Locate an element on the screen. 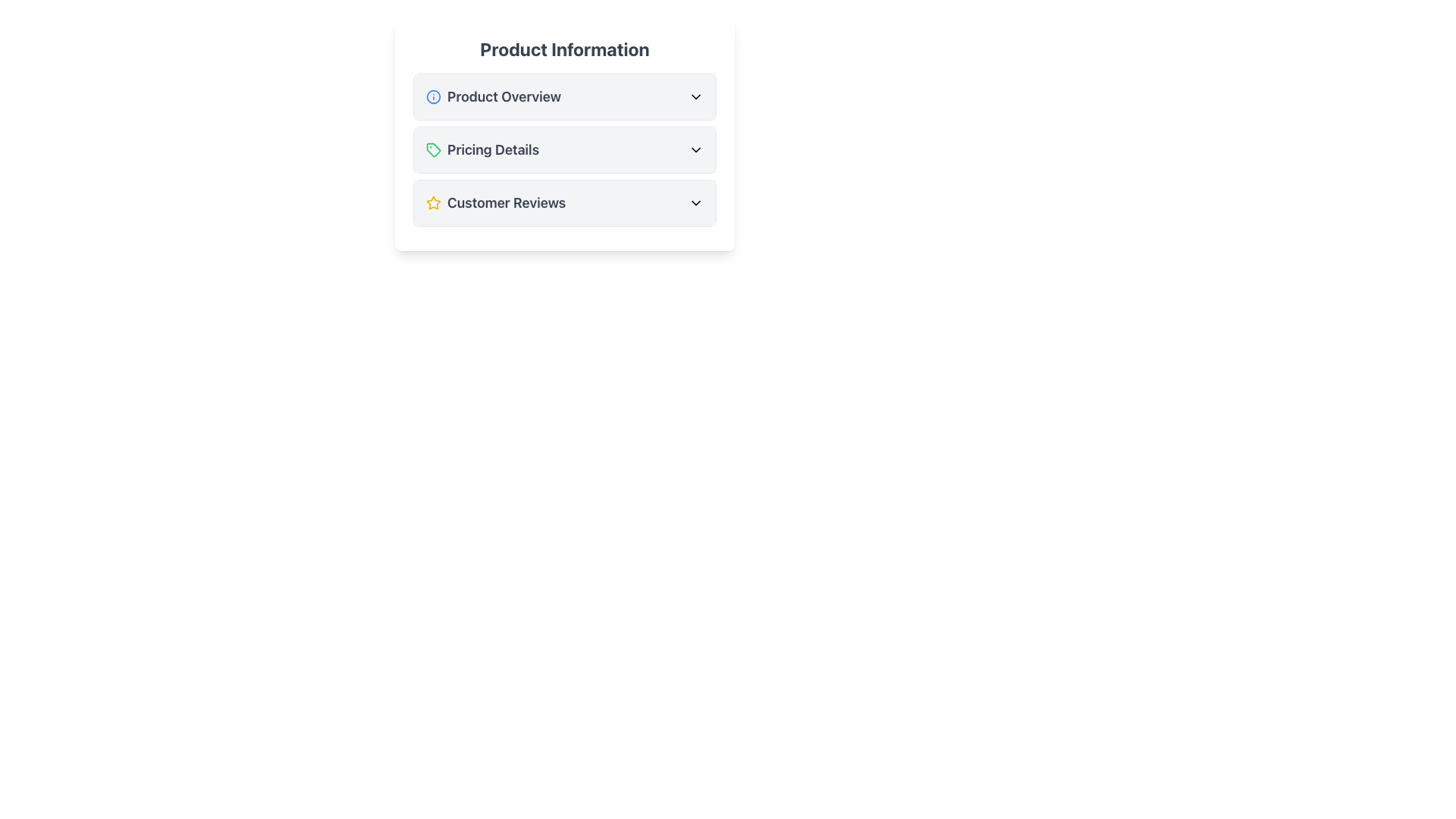 The image size is (1456, 819). the 'Product Overview' dropdown menu item, which is the first item is located at coordinates (563, 96).